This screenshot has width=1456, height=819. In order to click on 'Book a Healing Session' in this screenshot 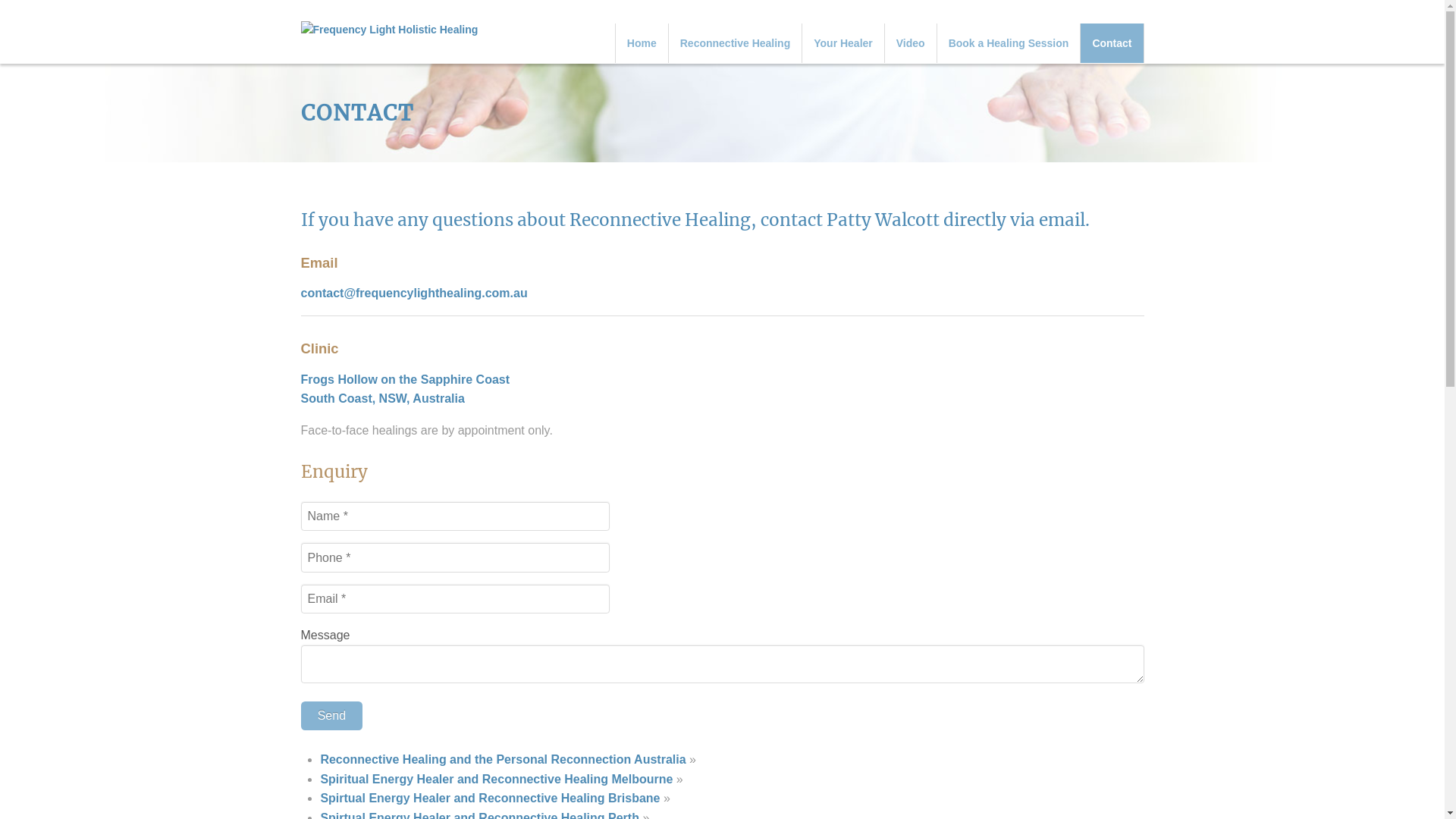, I will do `click(1009, 42)`.